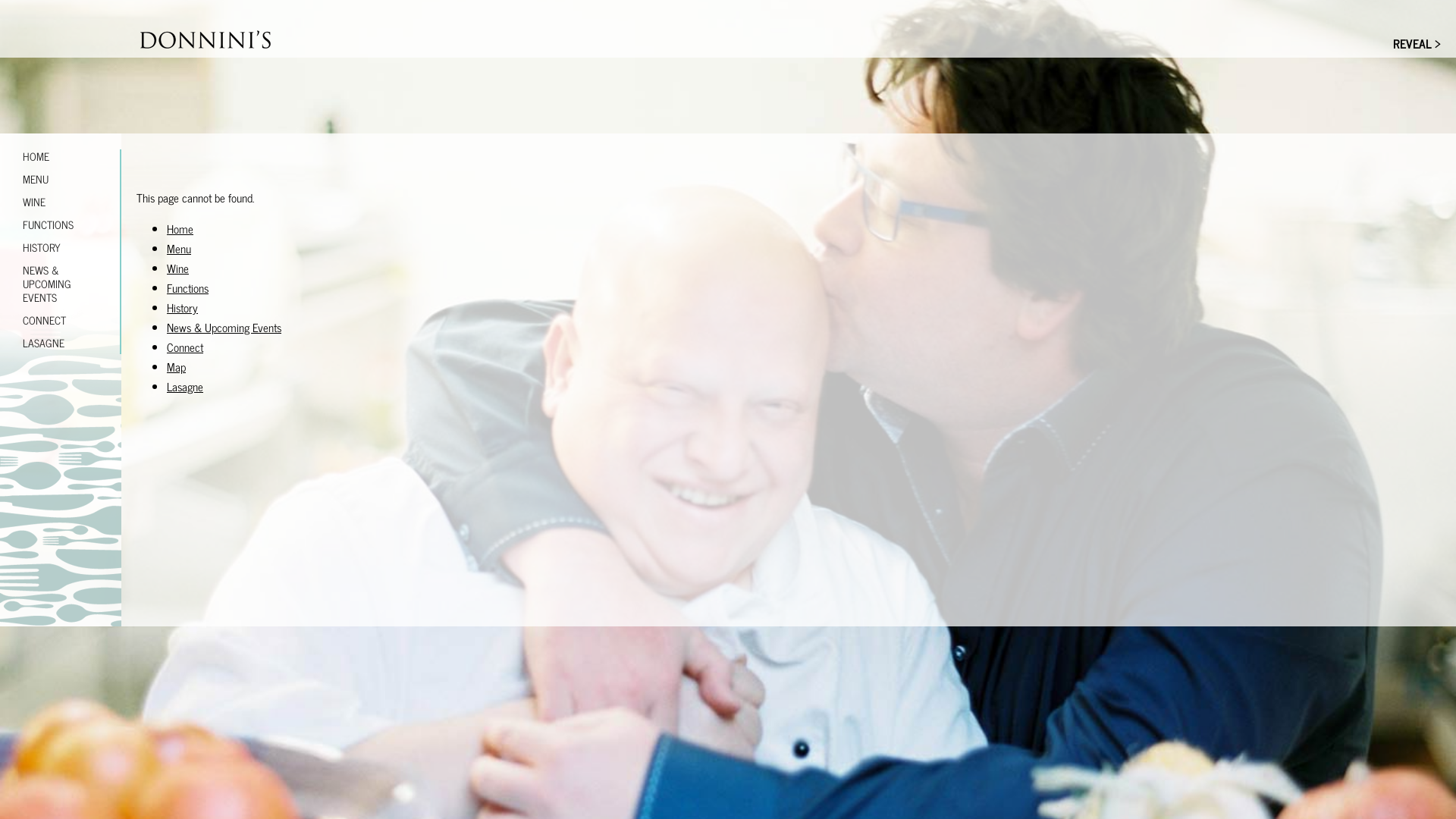 This screenshot has height=819, width=1456. What do you see at coordinates (0, 246) in the screenshot?
I see `'HISTORY'` at bounding box center [0, 246].